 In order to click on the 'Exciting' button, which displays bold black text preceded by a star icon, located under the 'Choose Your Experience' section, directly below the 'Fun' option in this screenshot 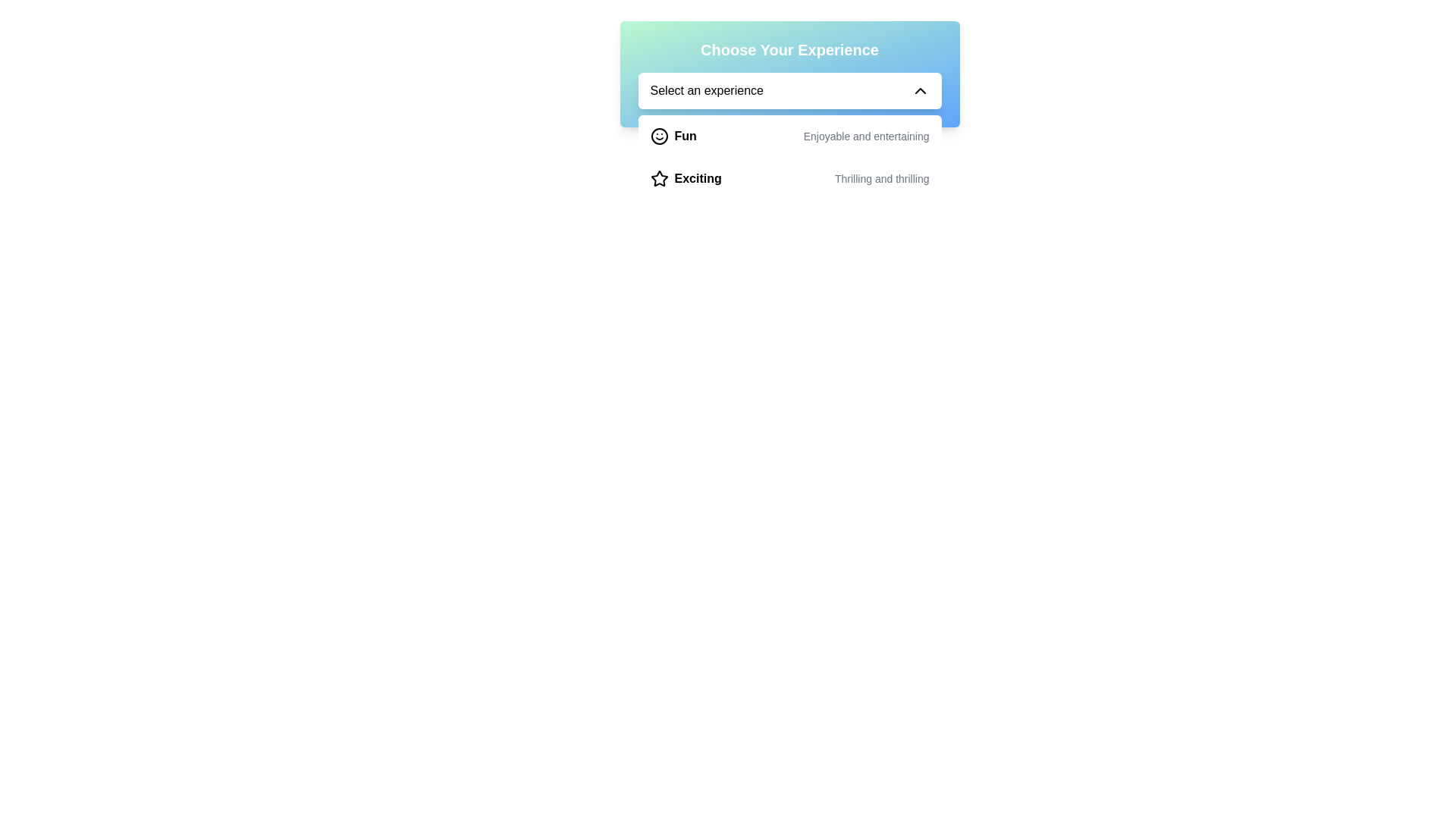, I will do `click(685, 177)`.